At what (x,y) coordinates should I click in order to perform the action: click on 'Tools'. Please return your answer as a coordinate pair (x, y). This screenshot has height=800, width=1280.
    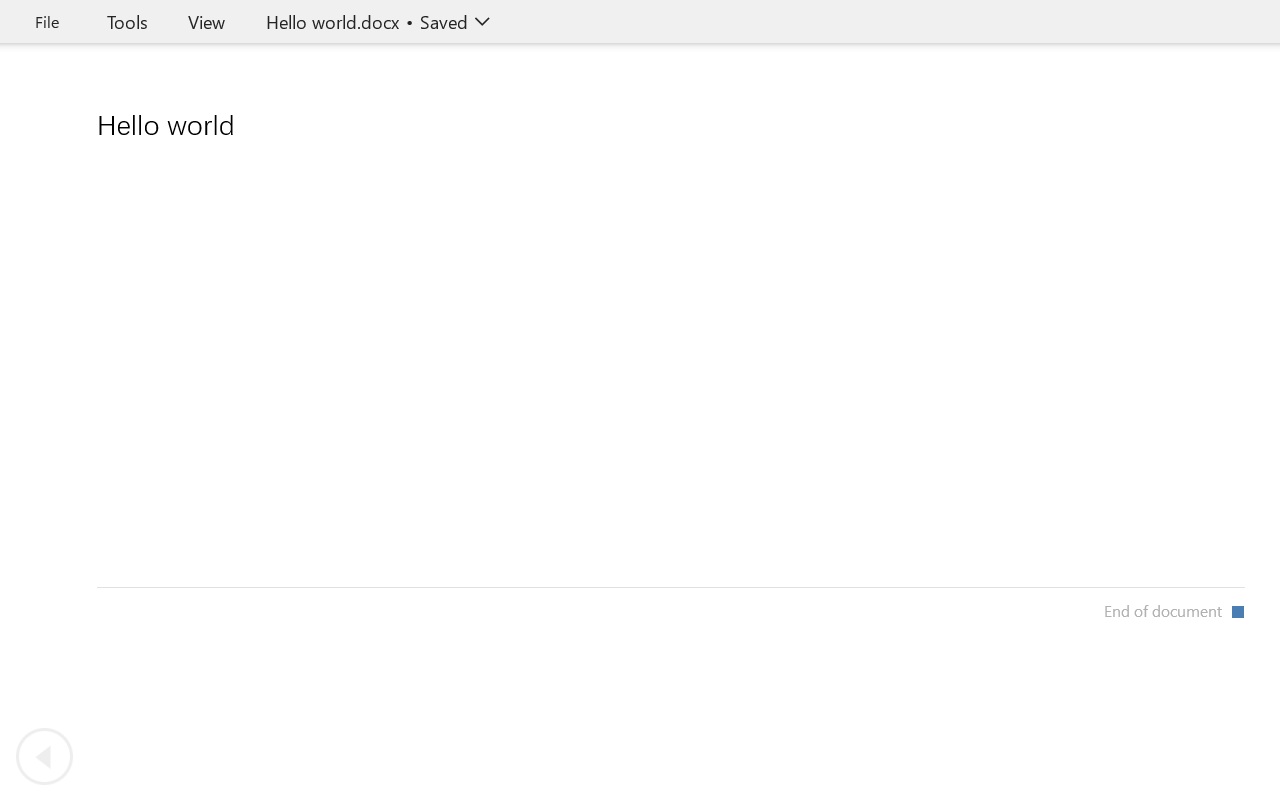
    Looking at the image, I should click on (126, 21).